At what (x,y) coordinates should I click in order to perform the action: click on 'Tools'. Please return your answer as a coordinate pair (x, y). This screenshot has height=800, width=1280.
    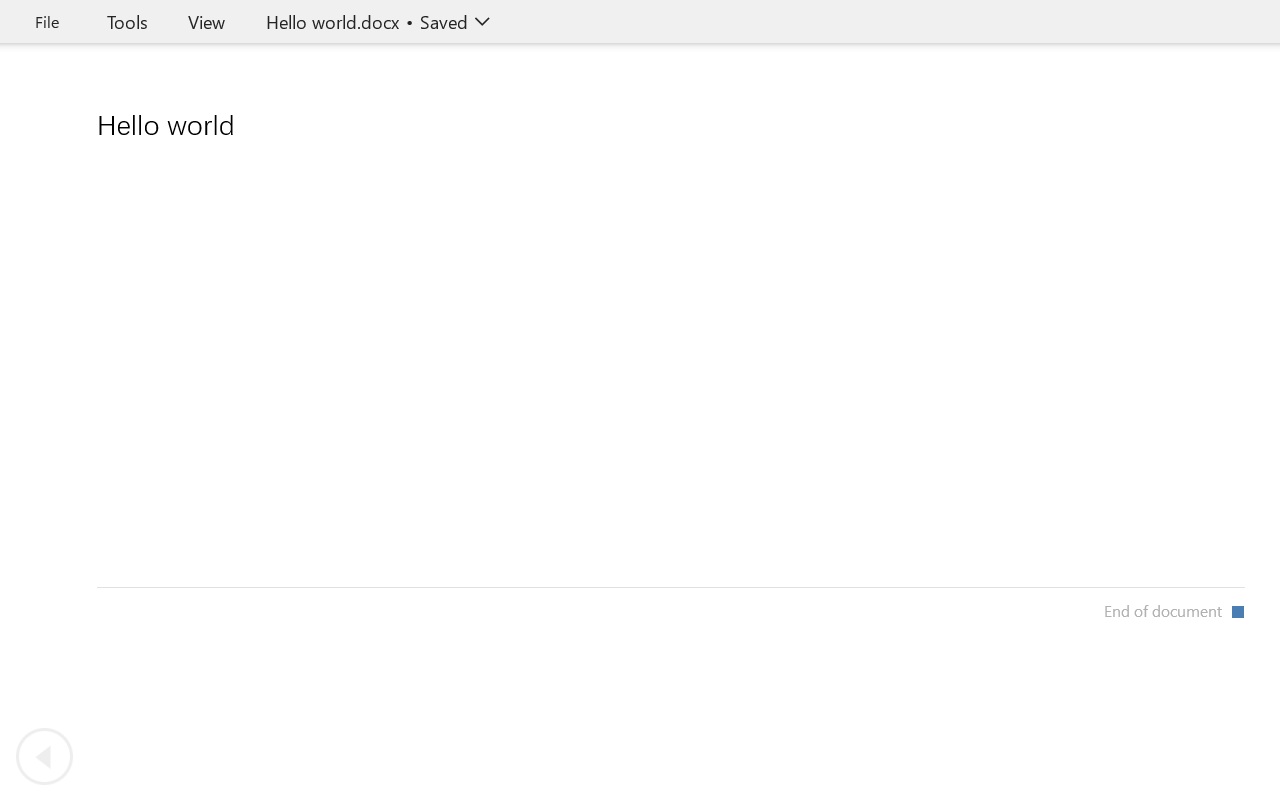
    Looking at the image, I should click on (126, 21).